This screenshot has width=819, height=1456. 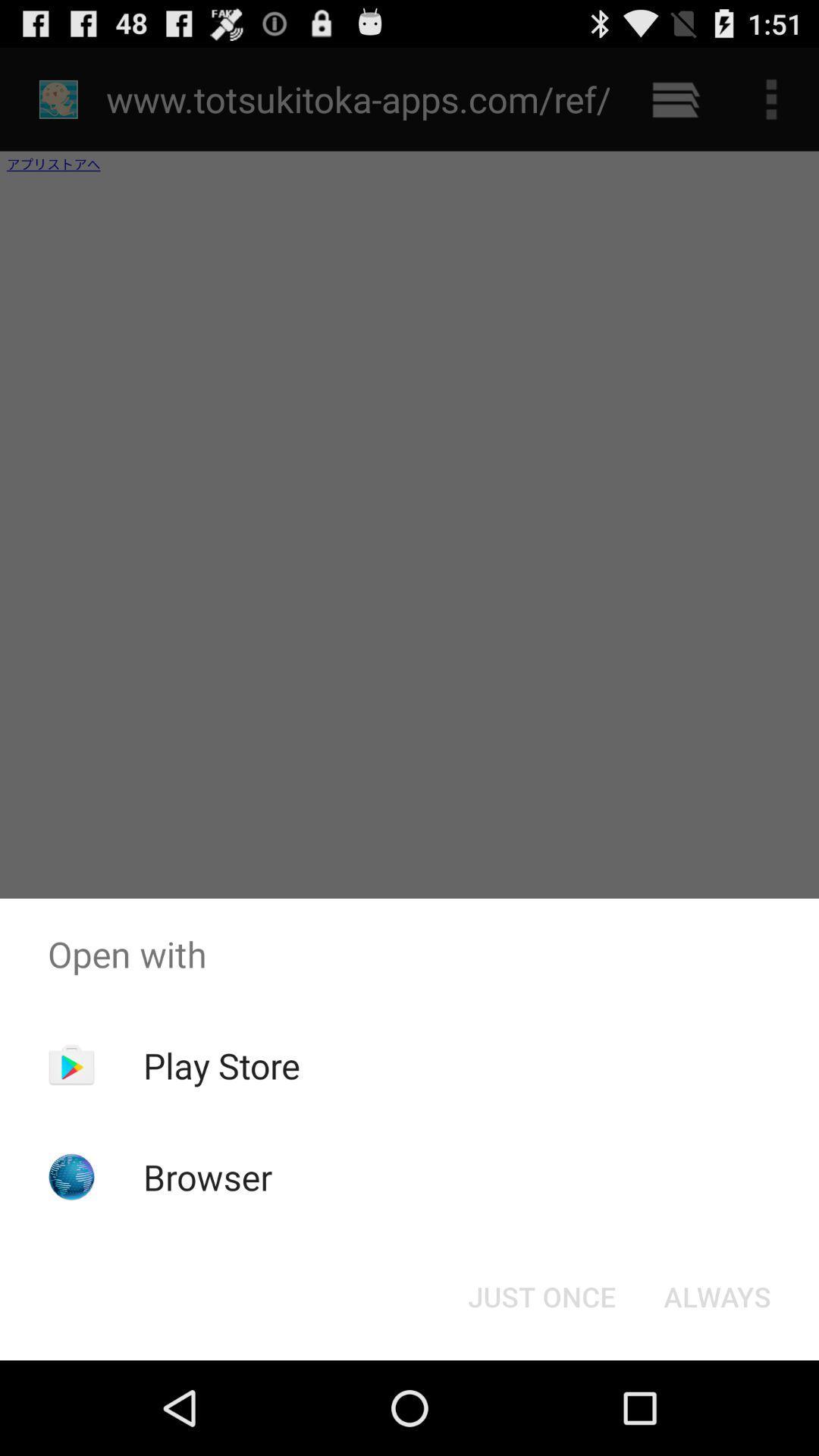 I want to click on the icon at the bottom, so click(x=541, y=1295).